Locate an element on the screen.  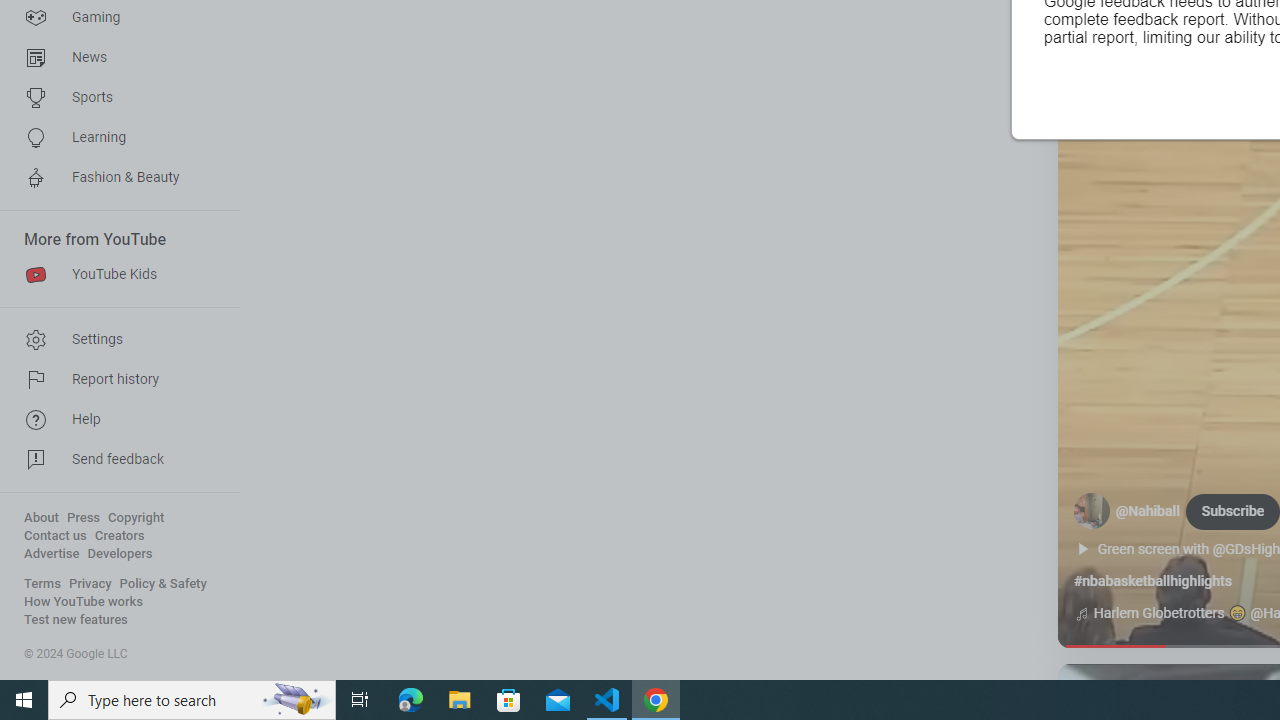
'How YouTube works' is located at coordinates (82, 601).